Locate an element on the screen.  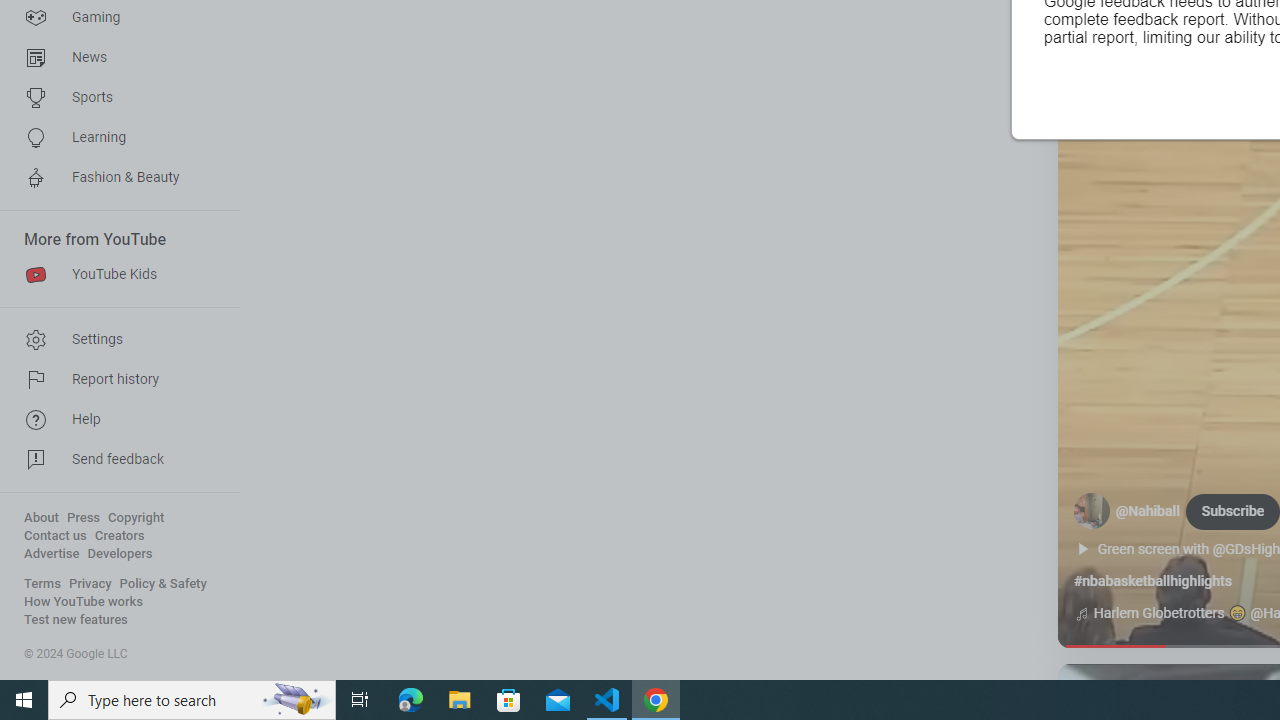
'How YouTube works' is located at coordinates (82, 601).